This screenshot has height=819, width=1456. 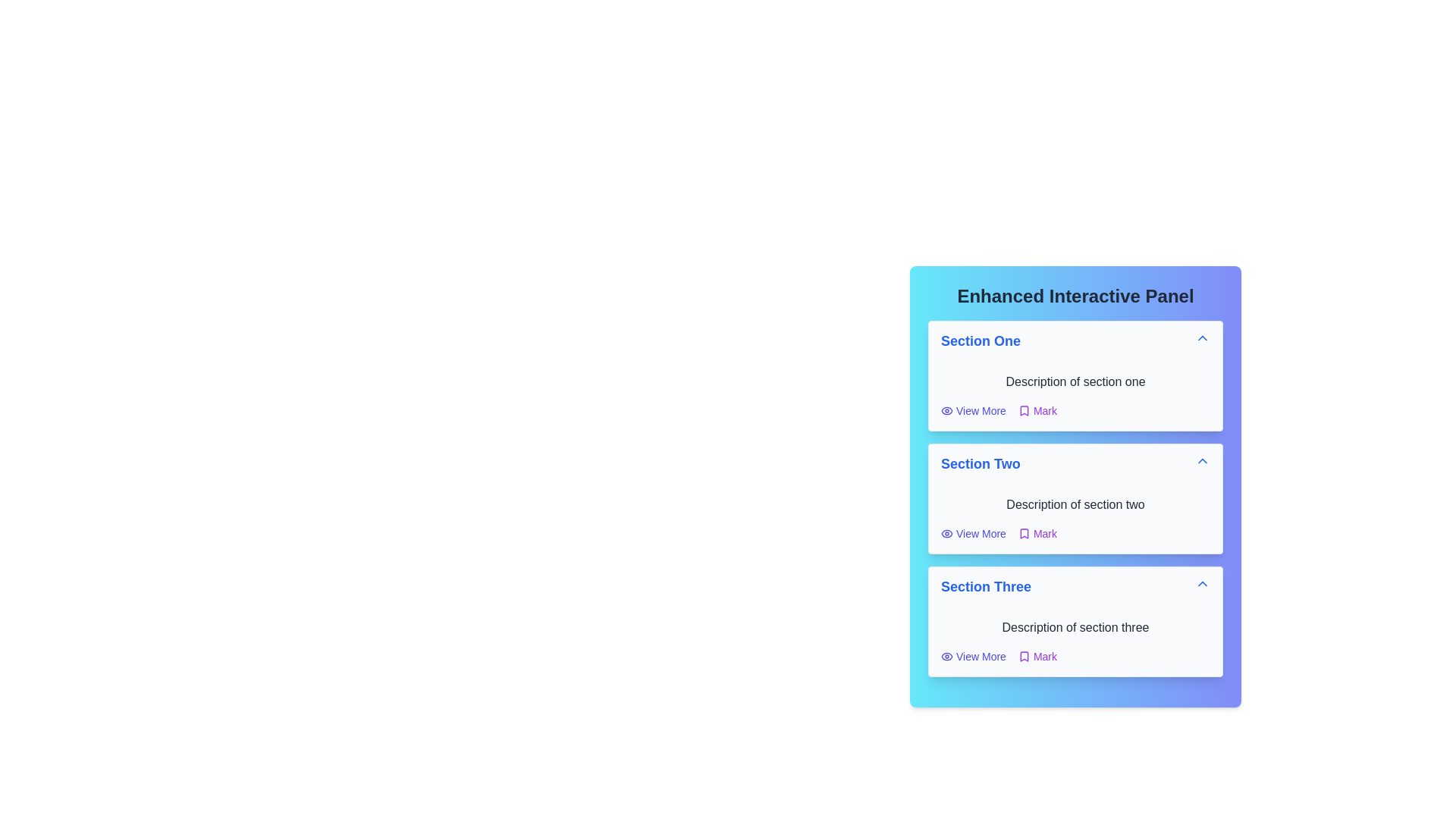 What do you see at coordinates (973, 656) in the screenshot?
I see `the clickable link styled with an icon labeled 'View More' located in the bottom left corner of the 'Section Three' panel` at bounding box center [973, 656].